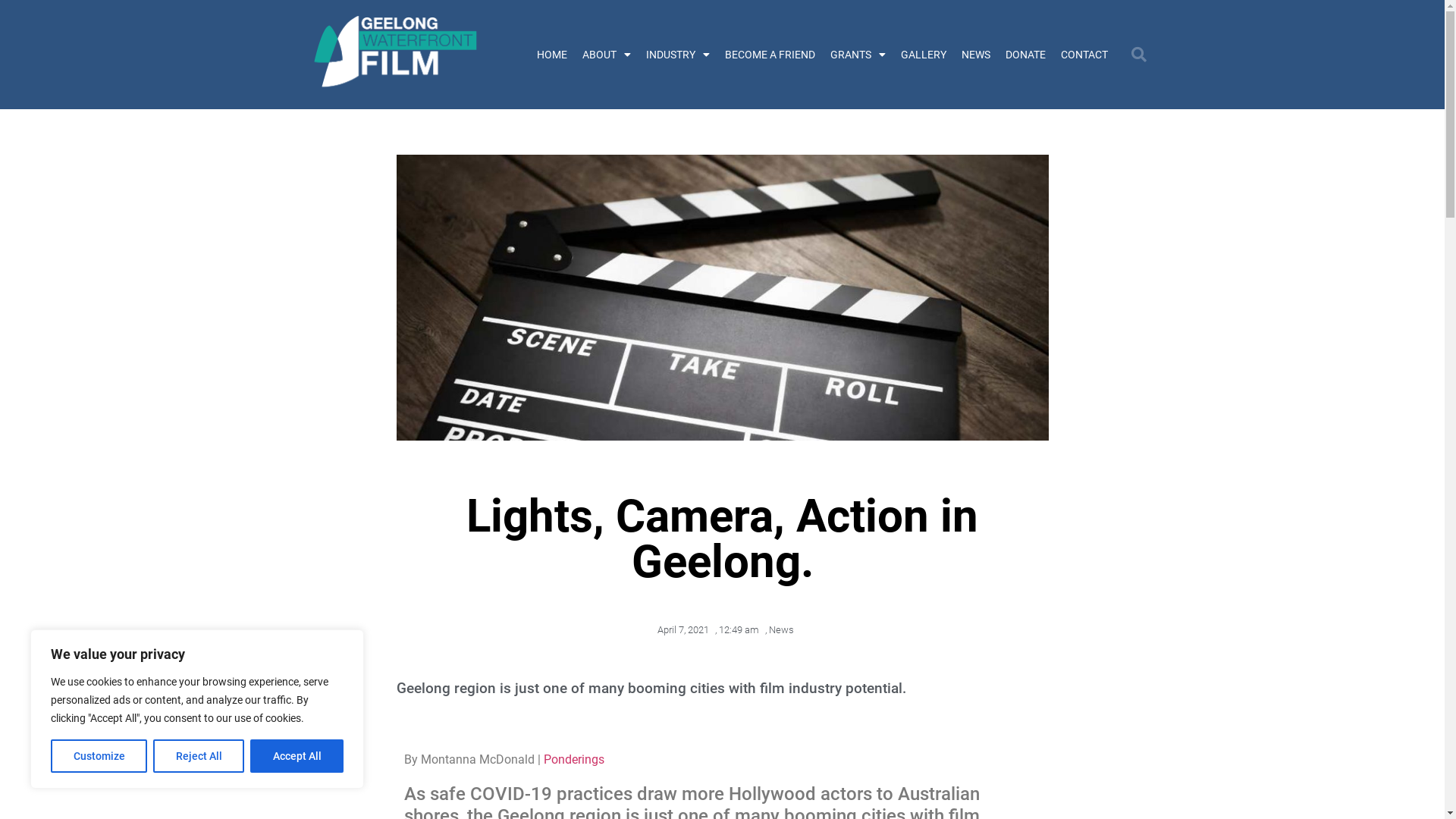  What do you see at coordinates (923, 54) in the screenshot?
I see `'GALLERY'` at bounding box center [923, 54].